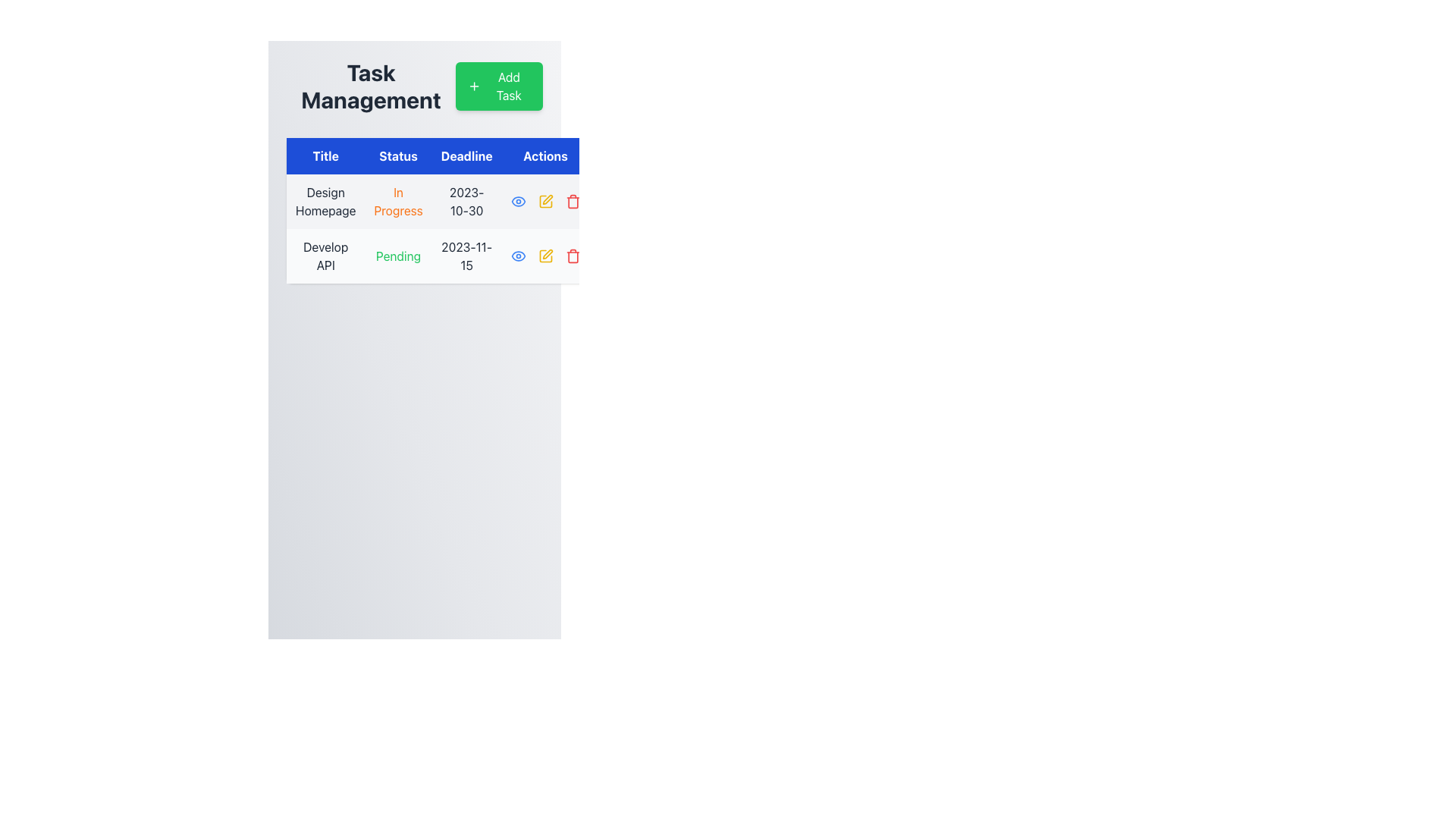 This screenshot has width=1456, height=819. I want to click on the 'Actions' text label, which is a rectangular blue box with white text, positioned as the last header in a row of headers including 'Title', 'Status', and 'Deadline', so click(545, 155).